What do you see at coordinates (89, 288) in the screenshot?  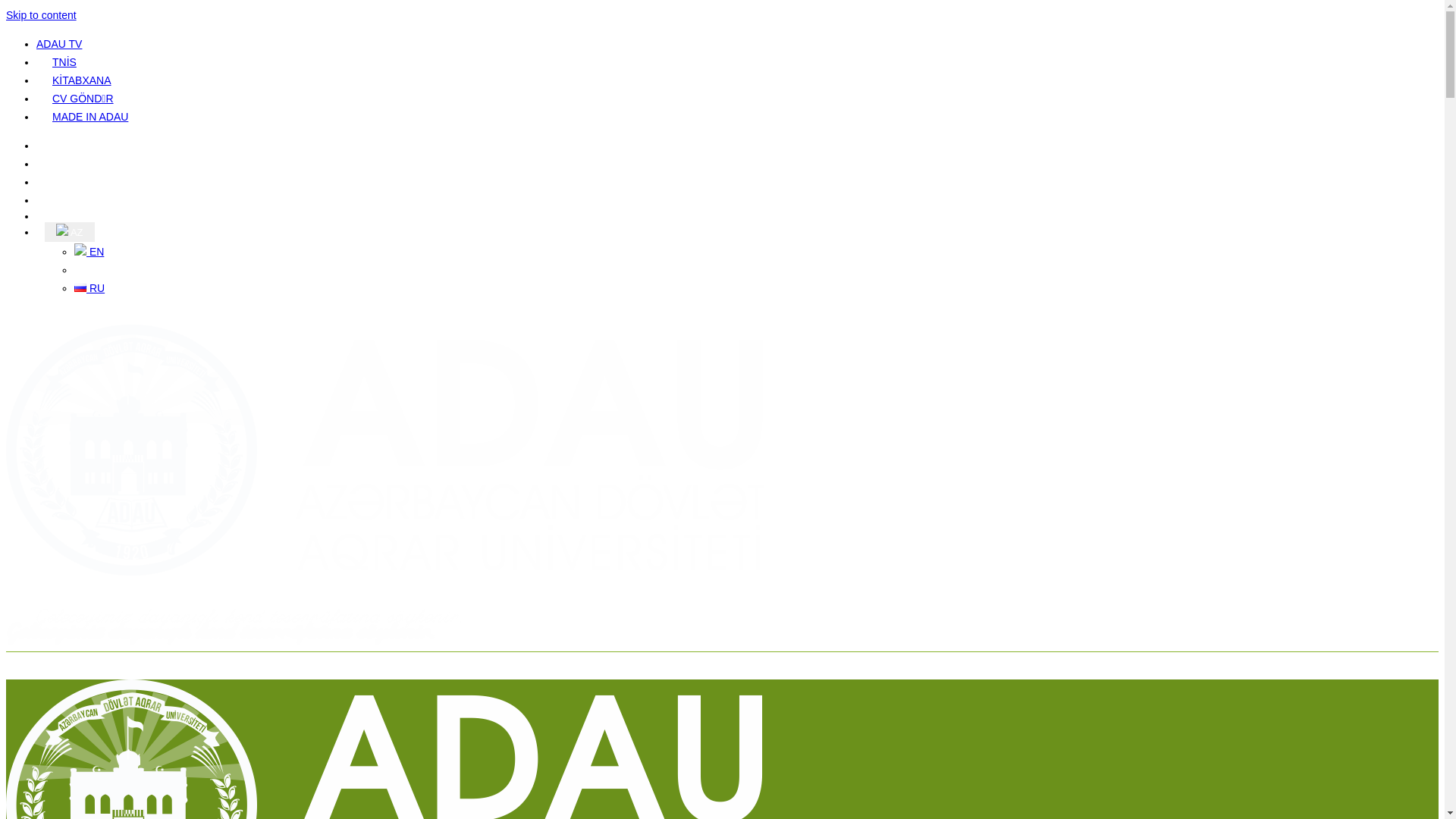 I see `'RU'` at bounding box center [89, 288].